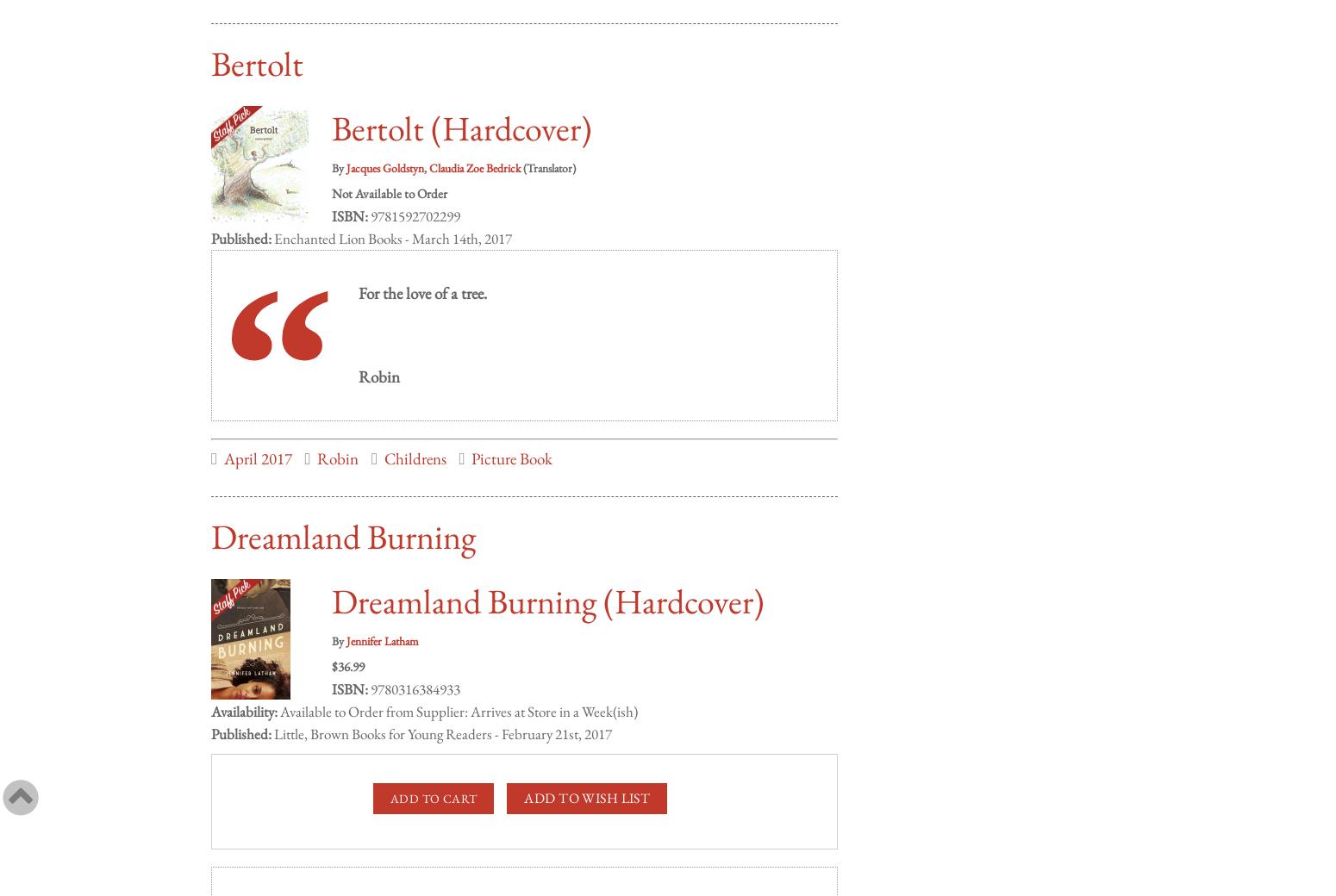 This screenshot has width=1336, height=896. Describe the element at coordinates (331, 176) in the screenshot. I see `'Not Available to Order'` at that location.